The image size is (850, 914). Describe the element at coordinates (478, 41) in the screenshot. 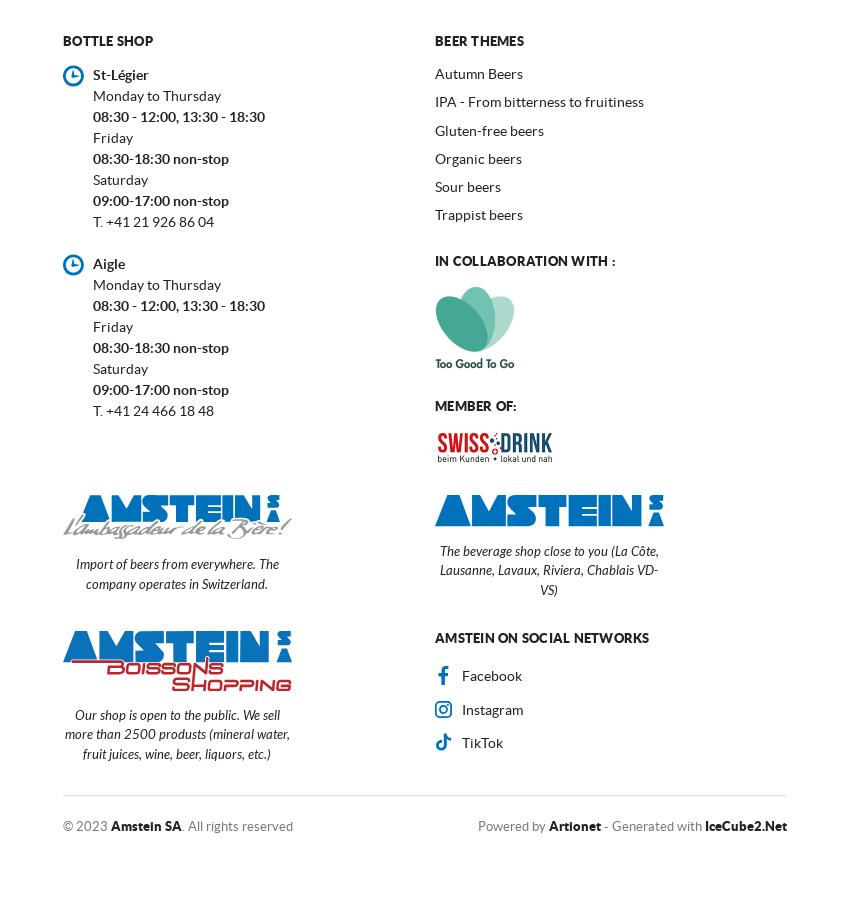

I see `'Beer themes'` at that location.